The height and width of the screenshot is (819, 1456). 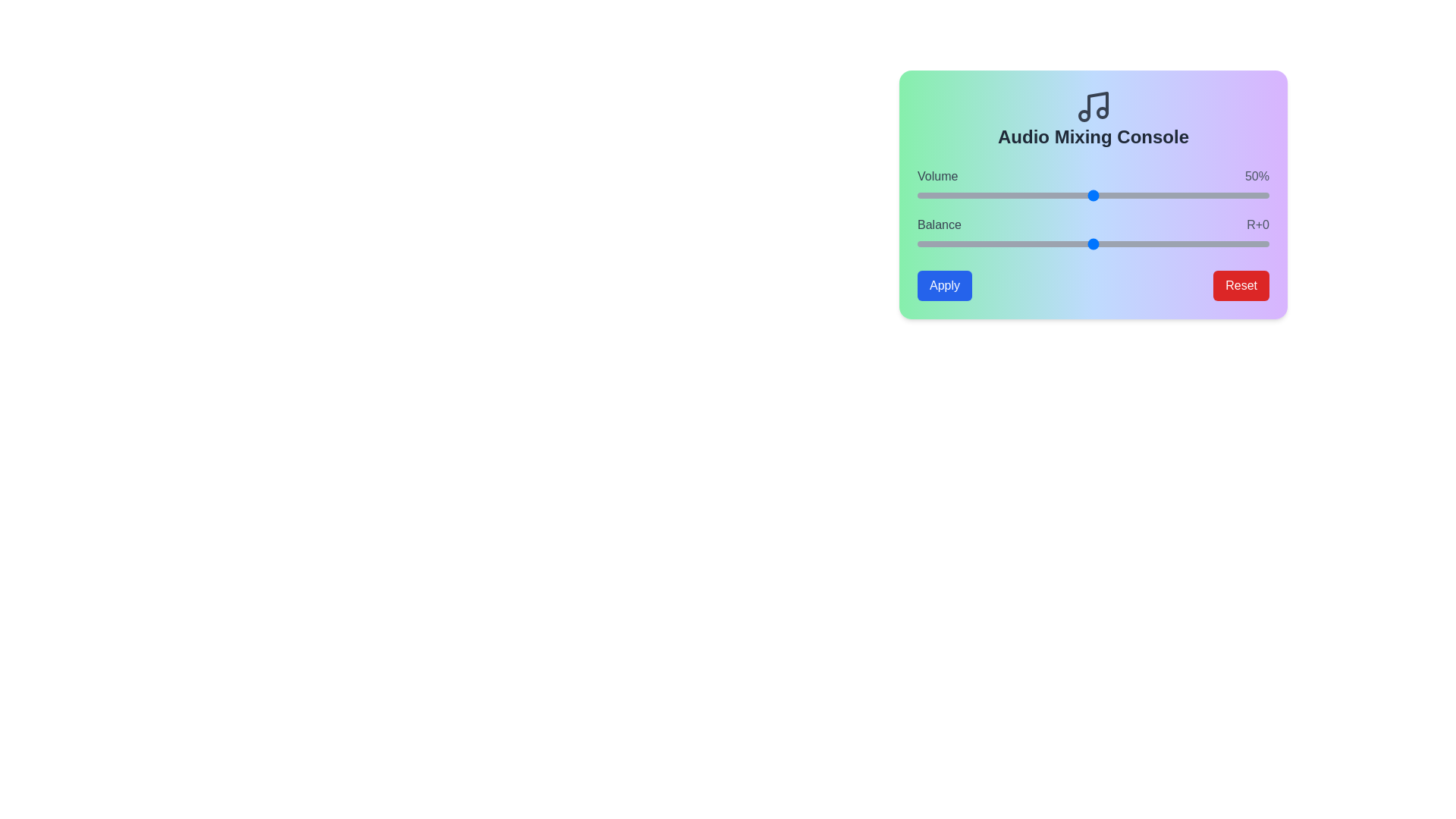 I want to click on the 'Volume' label and value display element located in the 'Audio Mixing Console' section, which shows '50%' on the right and a slider beneath it, so click(x=1093, y=175).